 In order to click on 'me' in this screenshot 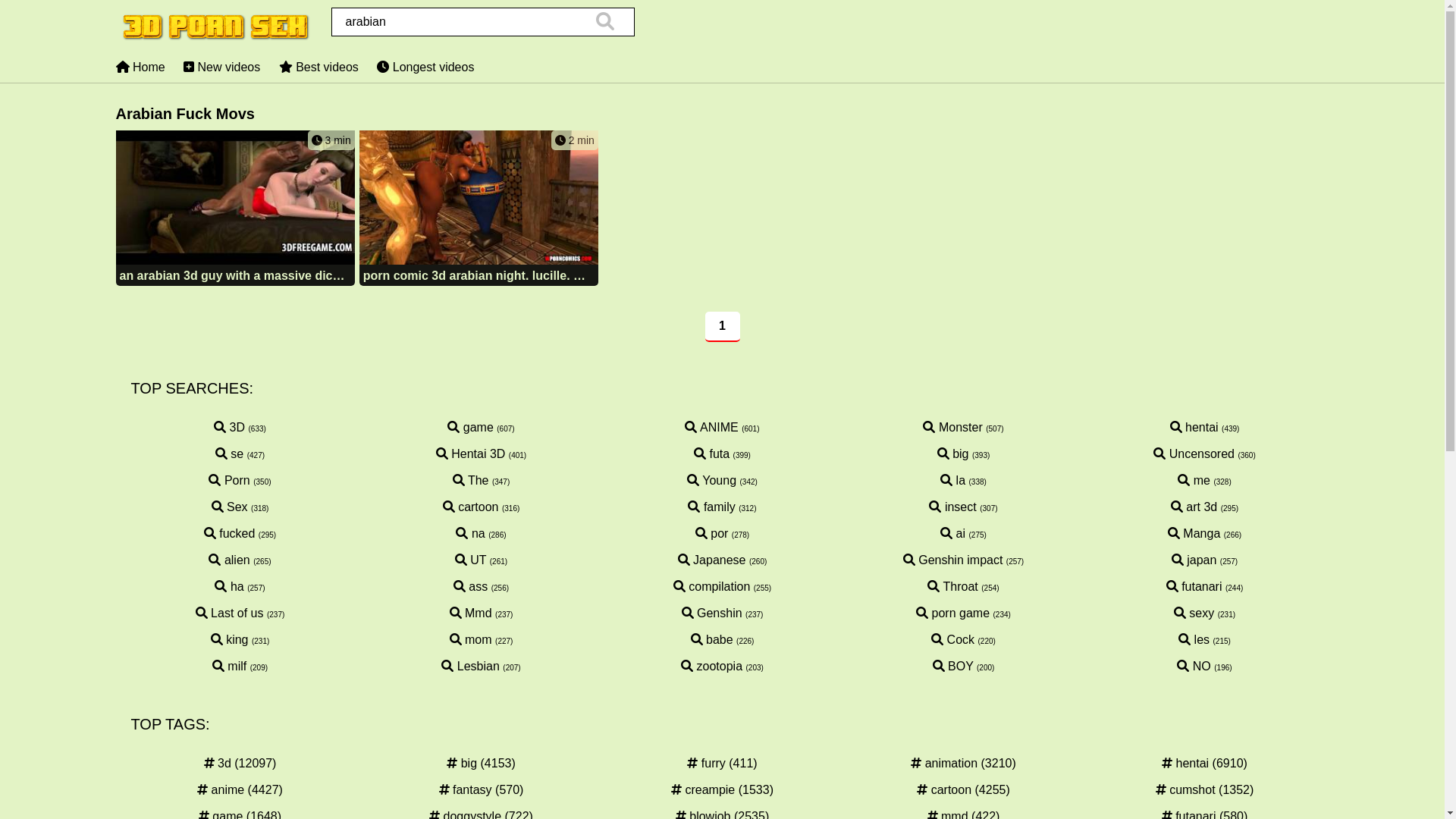, I will do `click(1177, 480)`.